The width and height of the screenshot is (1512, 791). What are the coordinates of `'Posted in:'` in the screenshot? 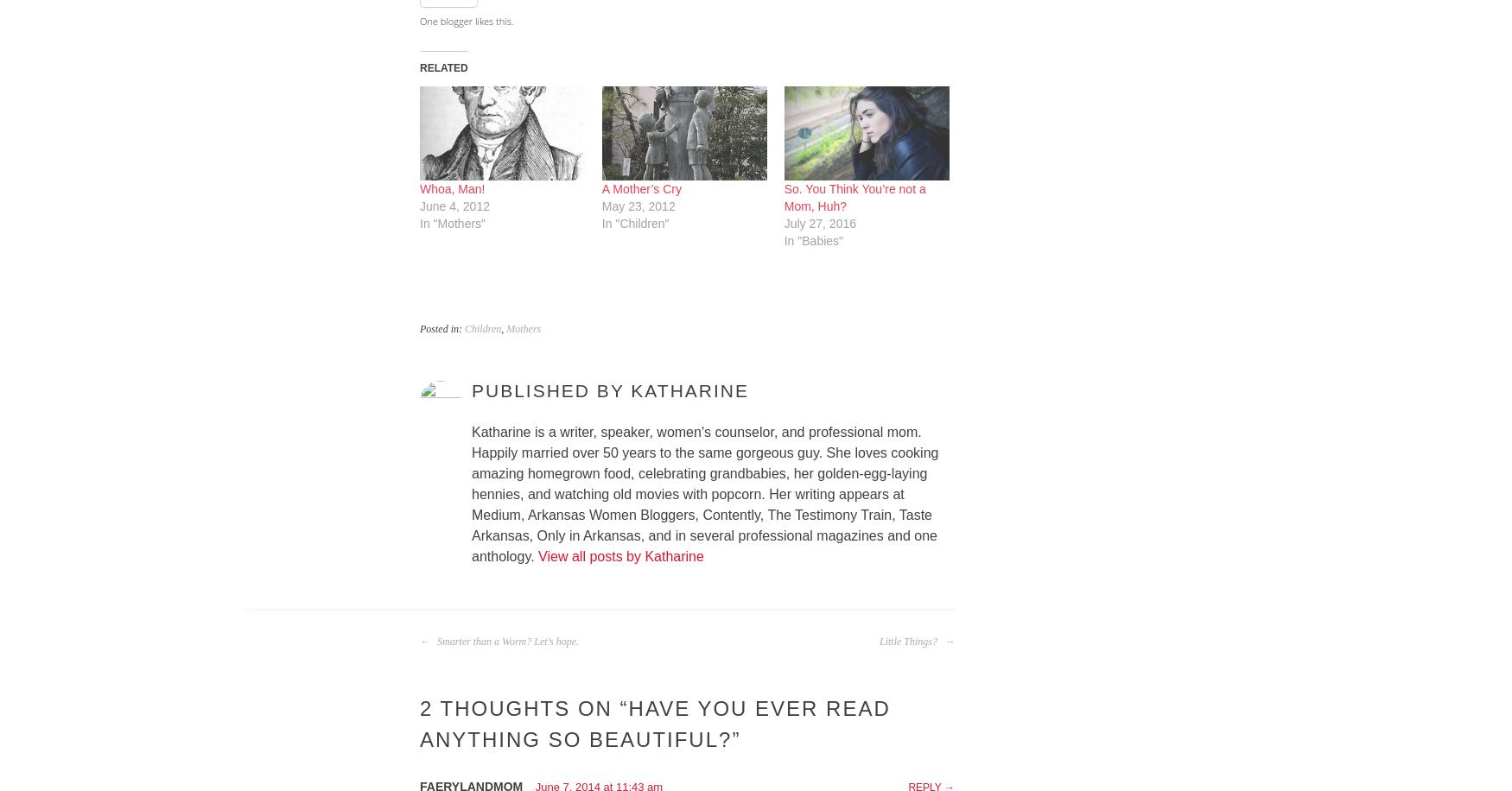 It's located at (442, 328).